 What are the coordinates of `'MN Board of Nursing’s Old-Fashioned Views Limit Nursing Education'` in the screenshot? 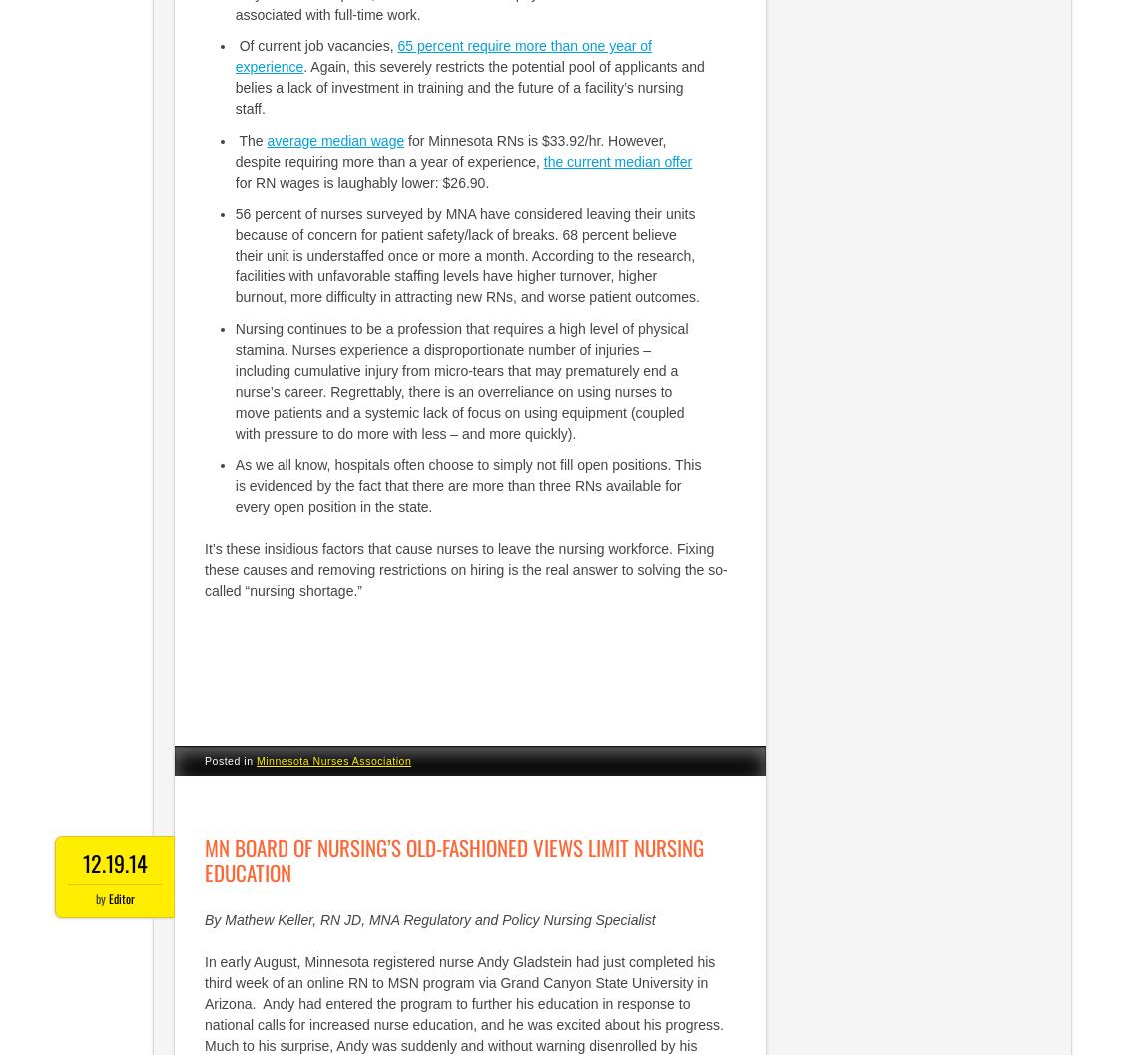 It's located at (454, 858).